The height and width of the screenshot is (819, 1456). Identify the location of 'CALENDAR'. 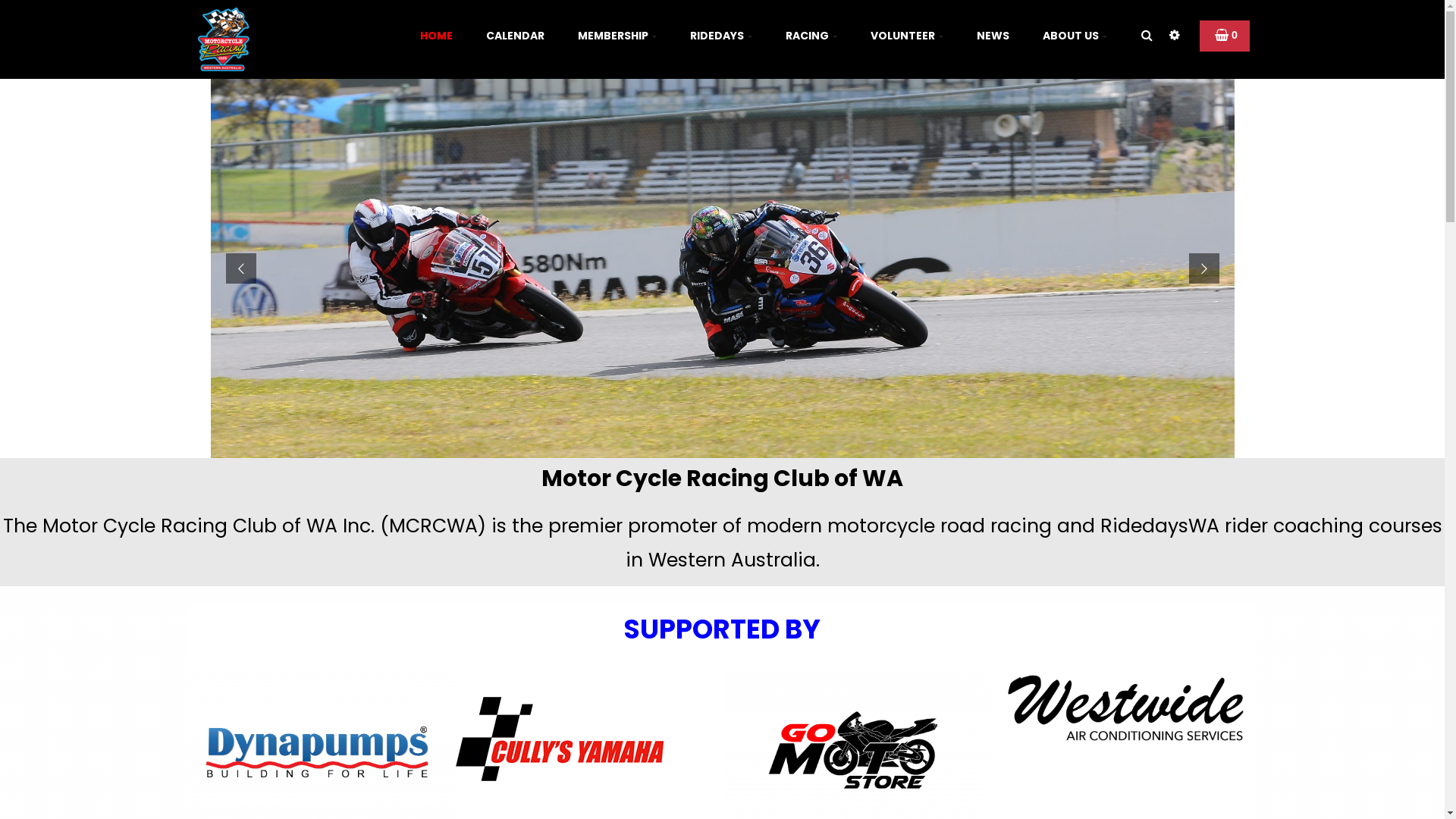
(514, 35).